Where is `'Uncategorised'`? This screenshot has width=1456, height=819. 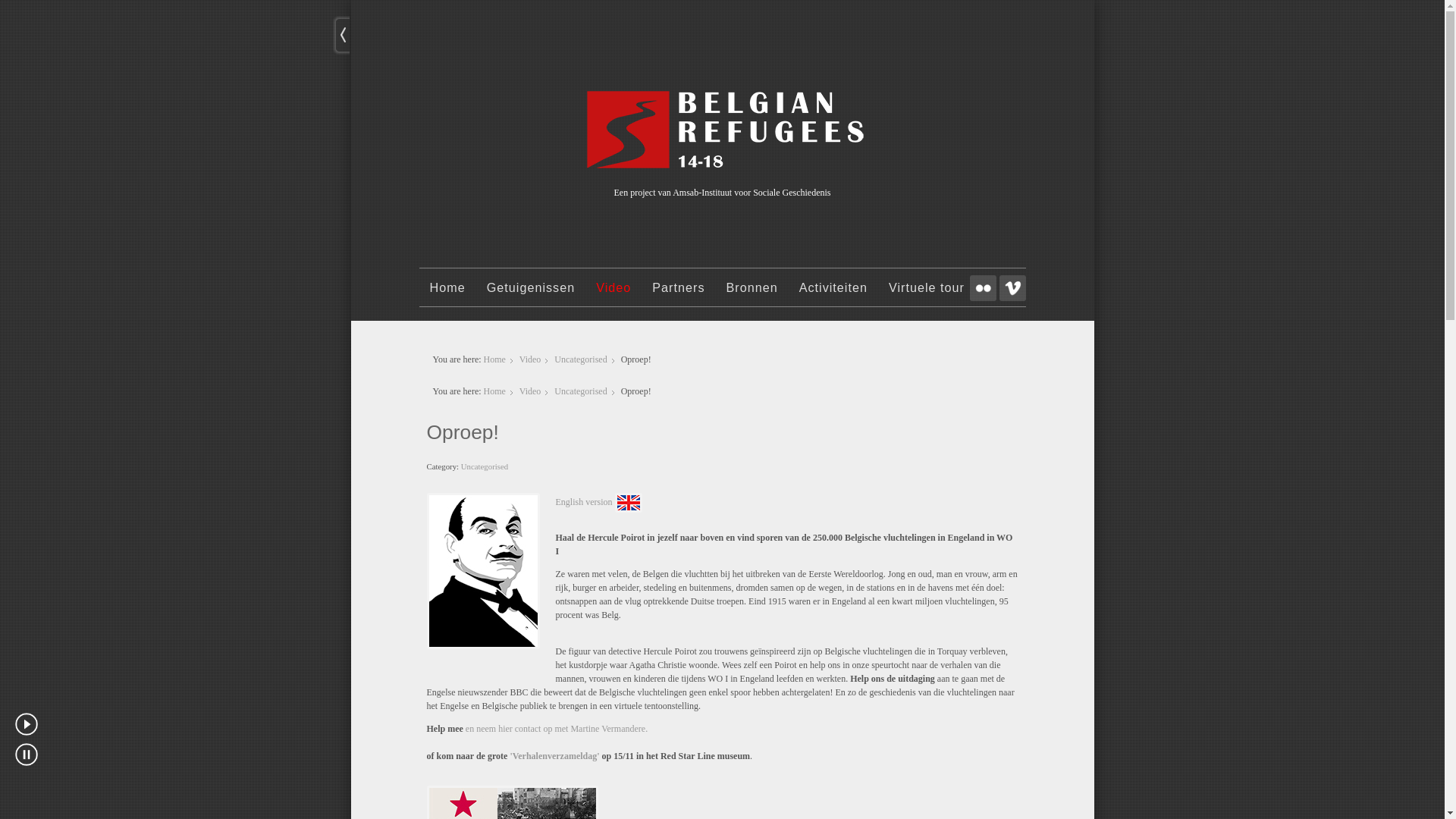 'Uncategorised' is located at coordinates (579, 391).